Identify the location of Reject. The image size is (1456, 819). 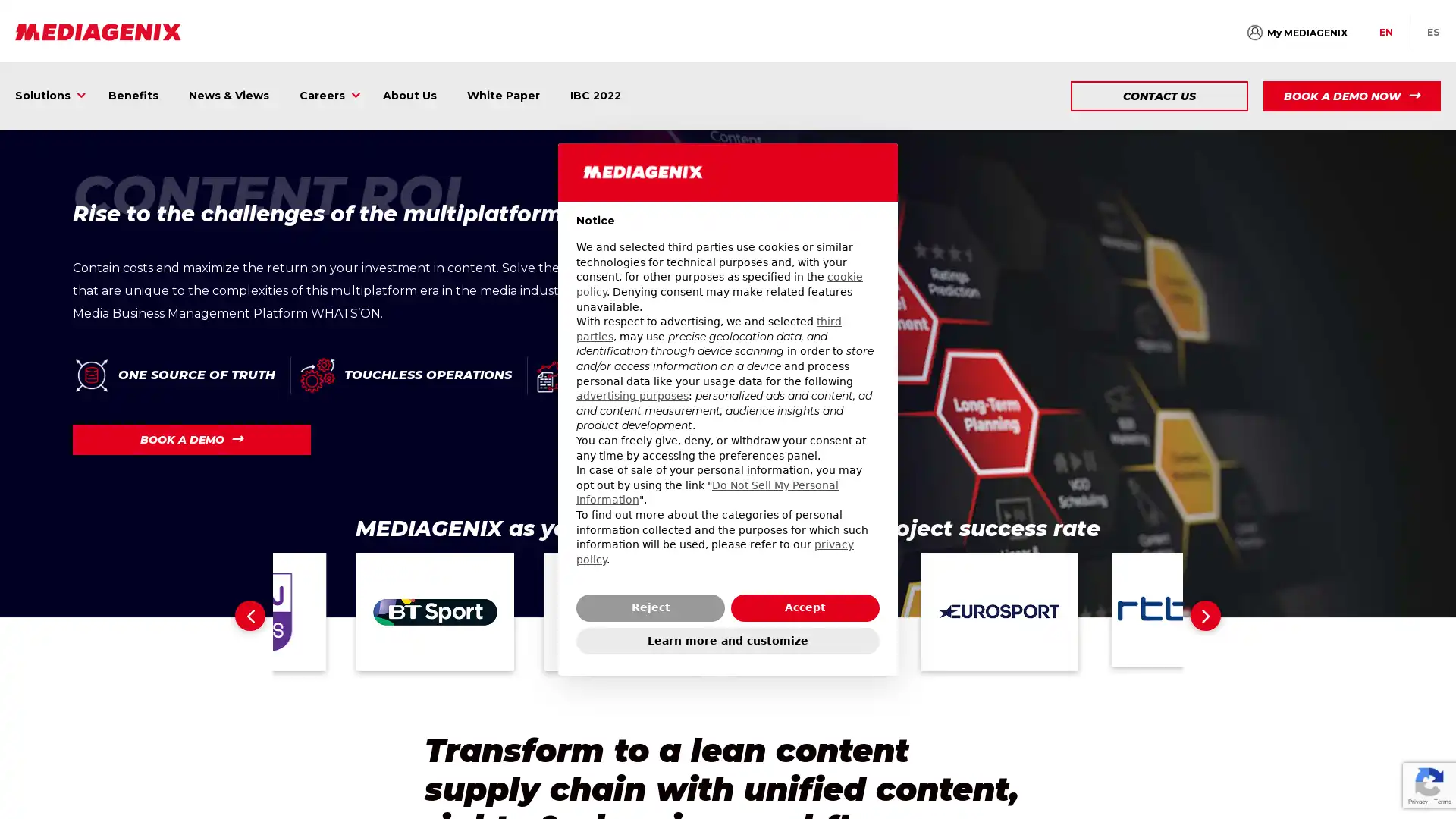
(651, 607).